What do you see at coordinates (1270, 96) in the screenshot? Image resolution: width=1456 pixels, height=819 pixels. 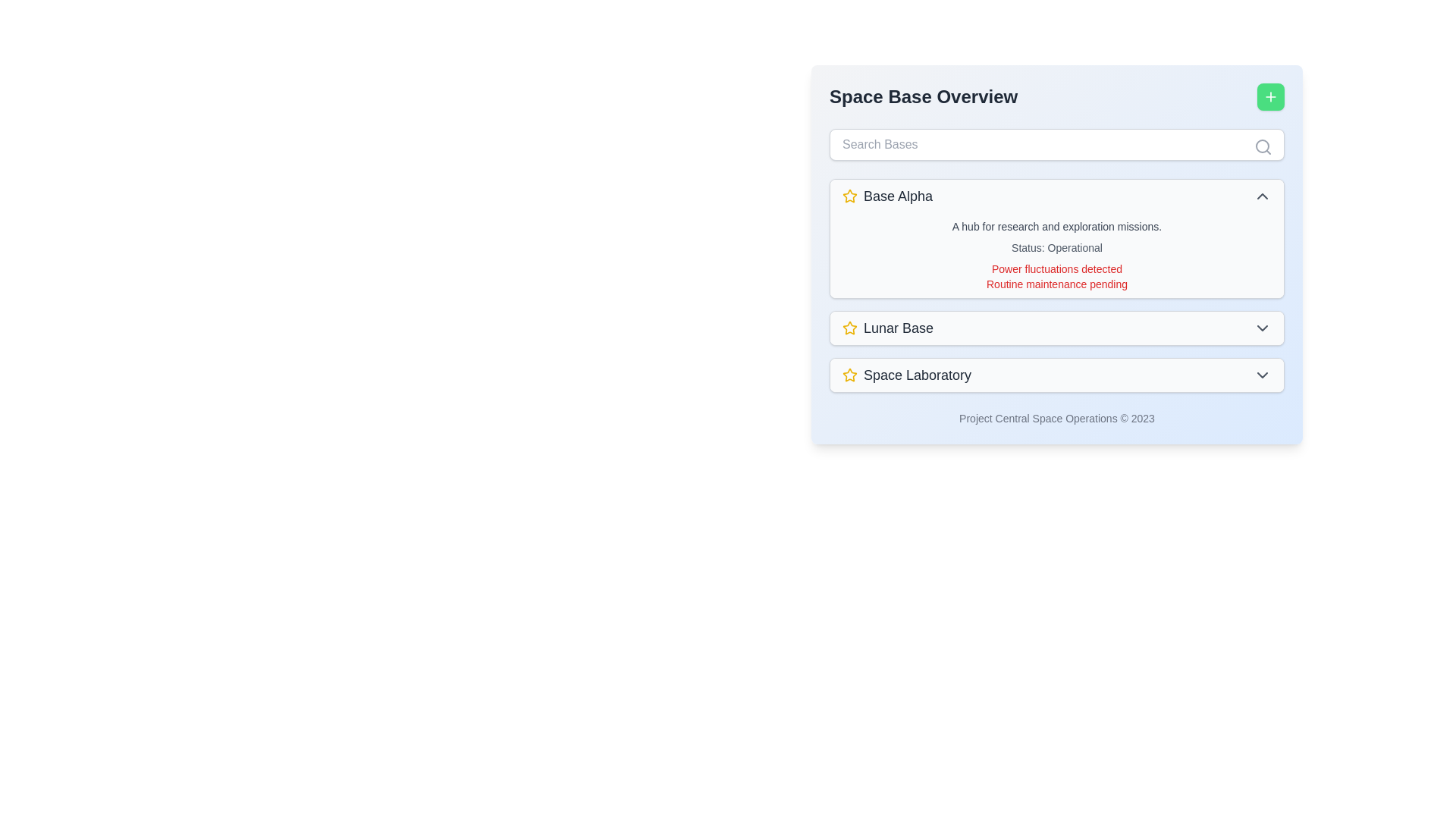 I see `the green circular button with a white plus sign in the top-right corner of the 'Space Base Overview' card` at bounding box center [1270, 96].